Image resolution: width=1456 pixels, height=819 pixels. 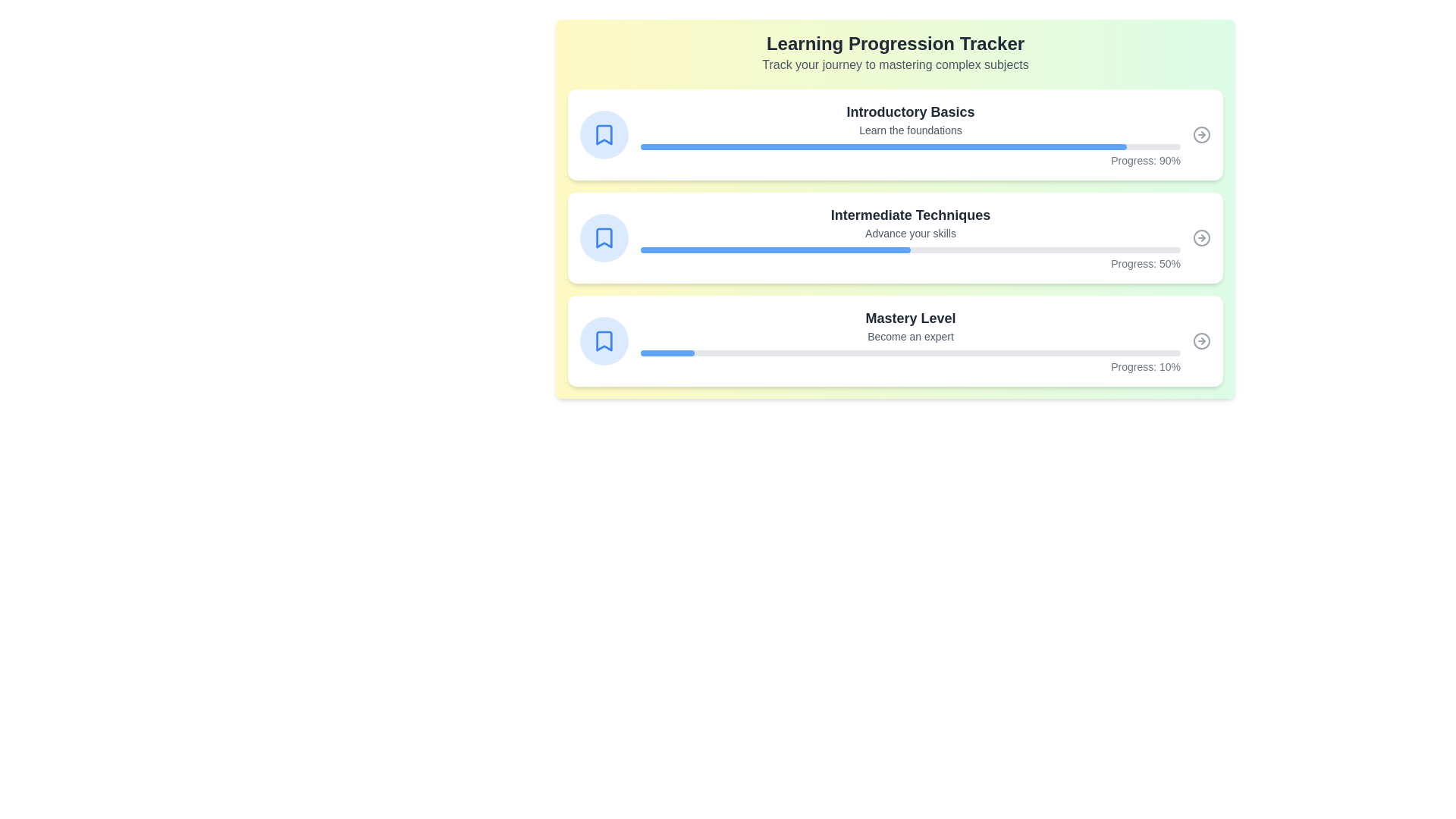 I want to click on the progress bar located below the text 'Become an expert' and 'Mastery Level', and above 'Progress: 10%', which is styled with a light gray background and a small blue filled portion indicating progress, so click(x=910, y=353).